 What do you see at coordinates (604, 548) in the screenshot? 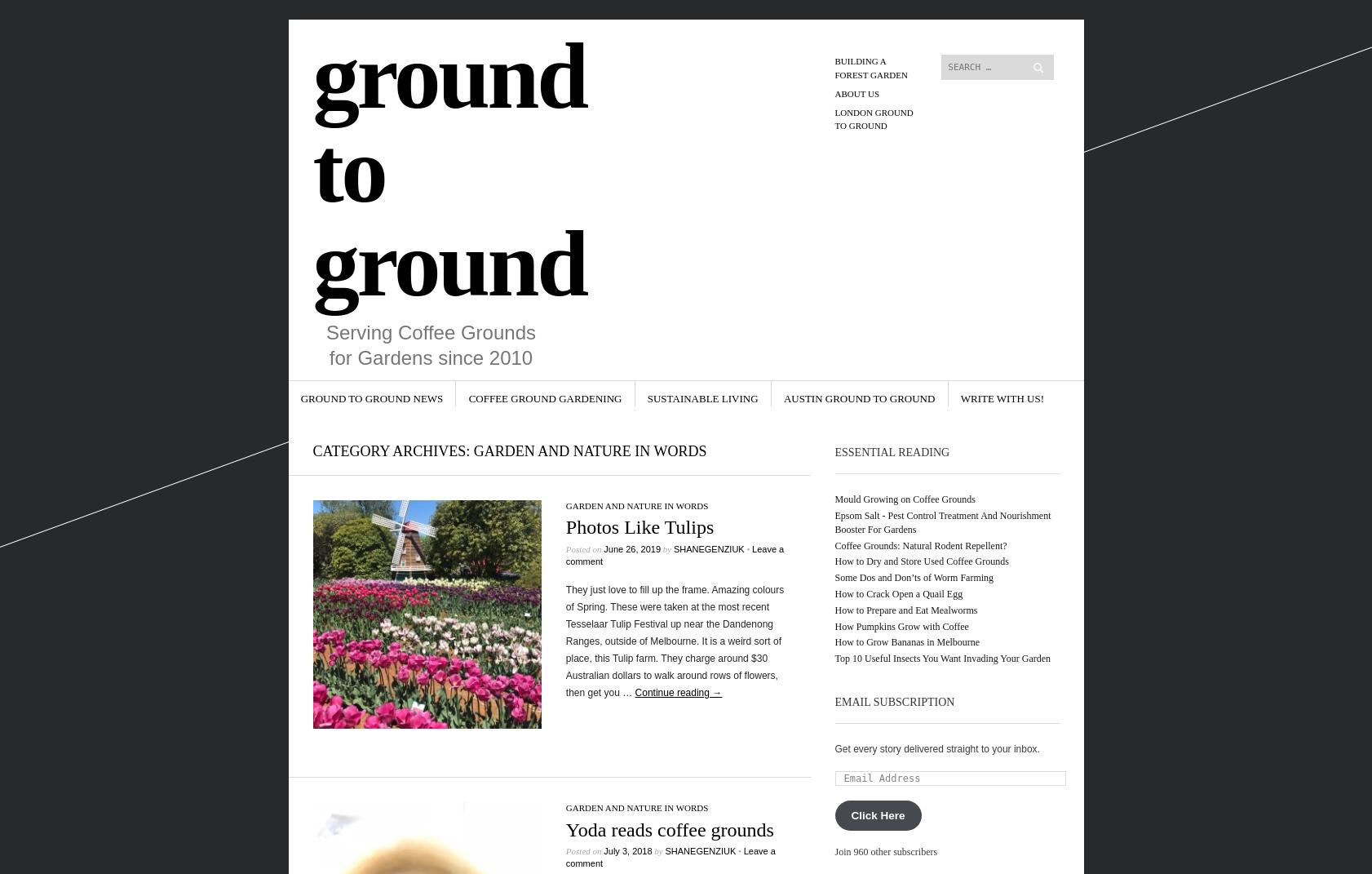
I see `'June 26, 2019'` at bounding box center [604, 548].